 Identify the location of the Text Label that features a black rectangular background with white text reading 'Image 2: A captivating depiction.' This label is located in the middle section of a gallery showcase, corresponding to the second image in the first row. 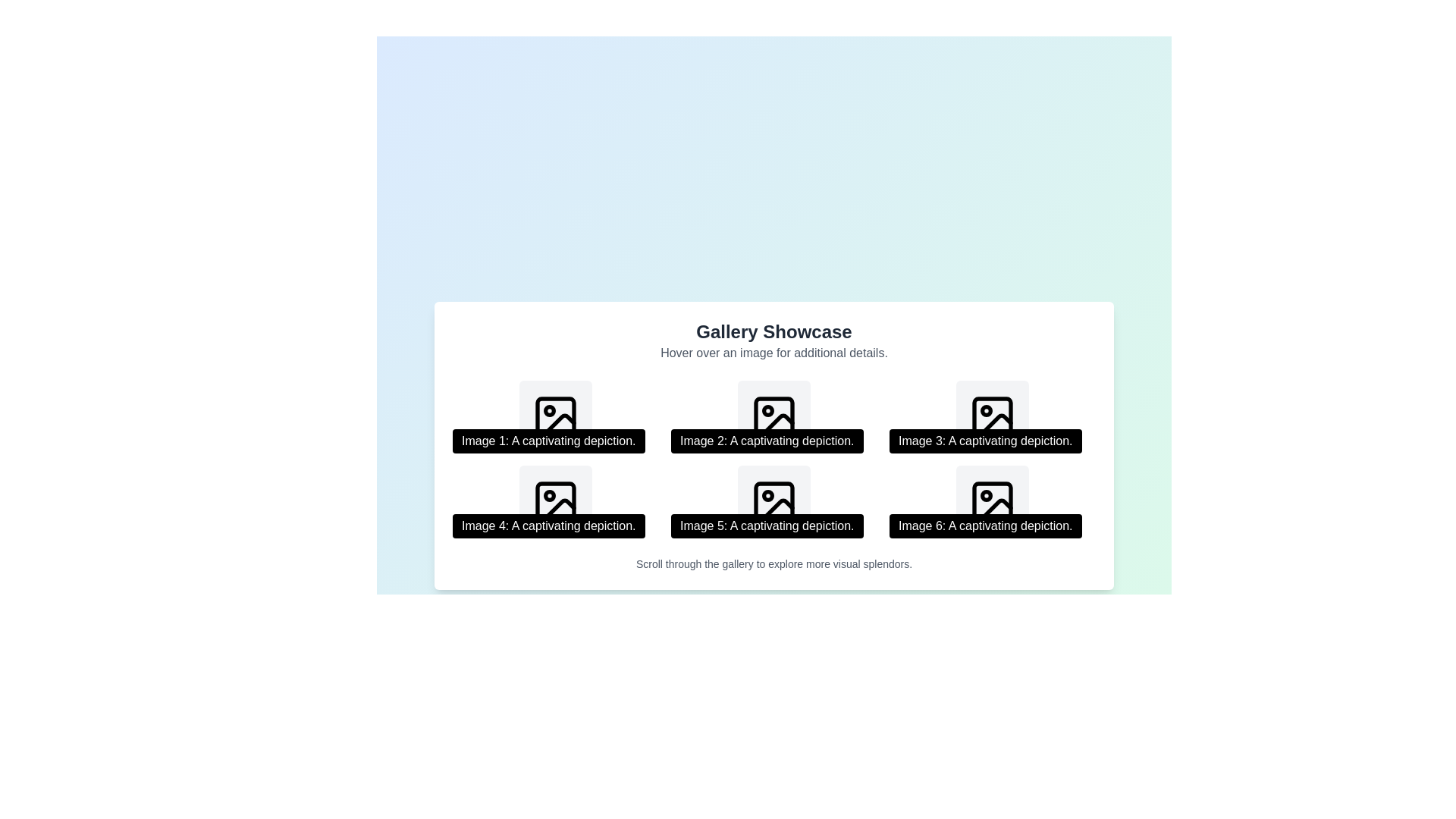
(767, 441).